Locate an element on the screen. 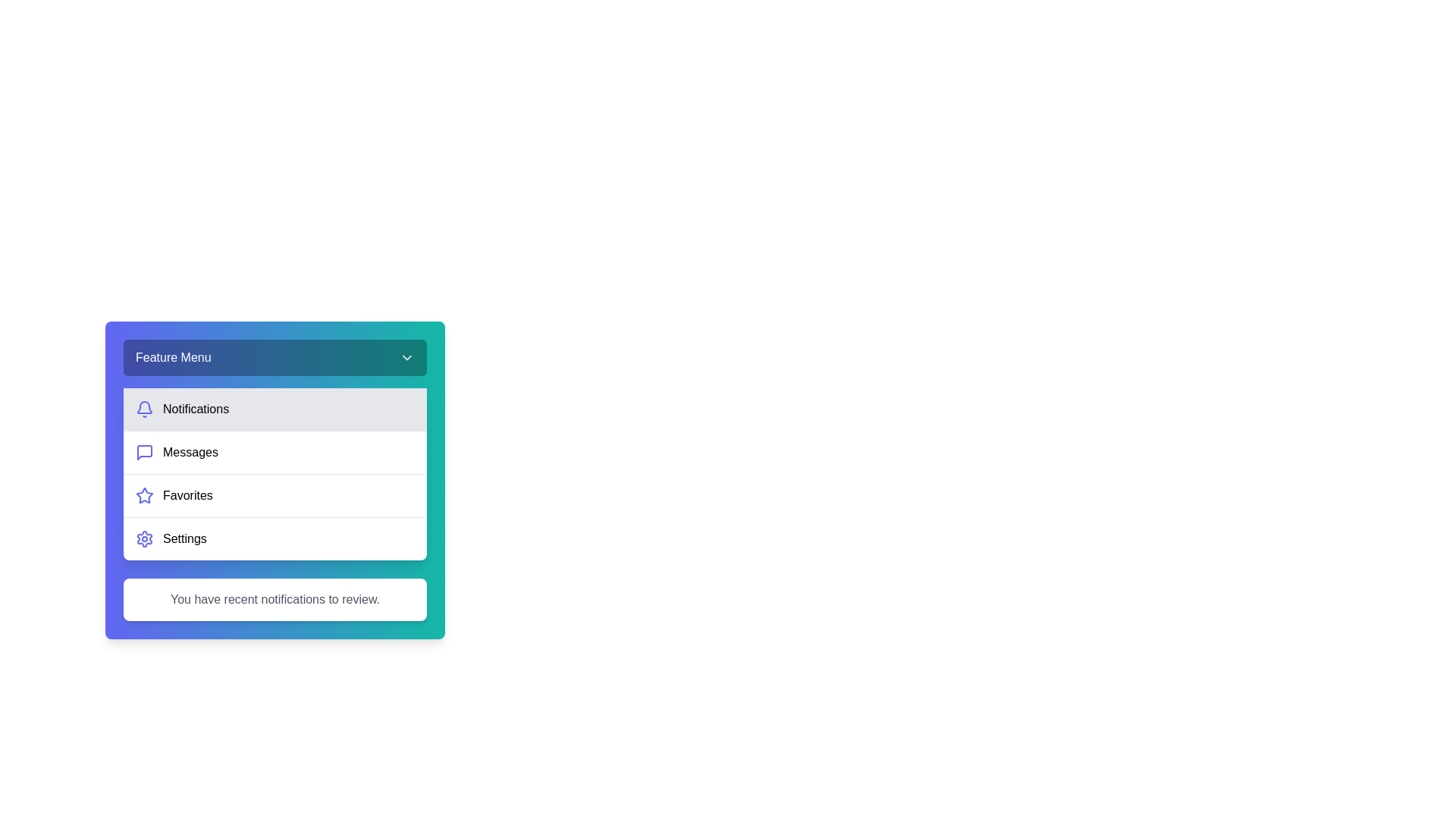  the settings icon located at the bottom of the vertical menu next to the 'Settings' label is located at coordinates (145, 538).